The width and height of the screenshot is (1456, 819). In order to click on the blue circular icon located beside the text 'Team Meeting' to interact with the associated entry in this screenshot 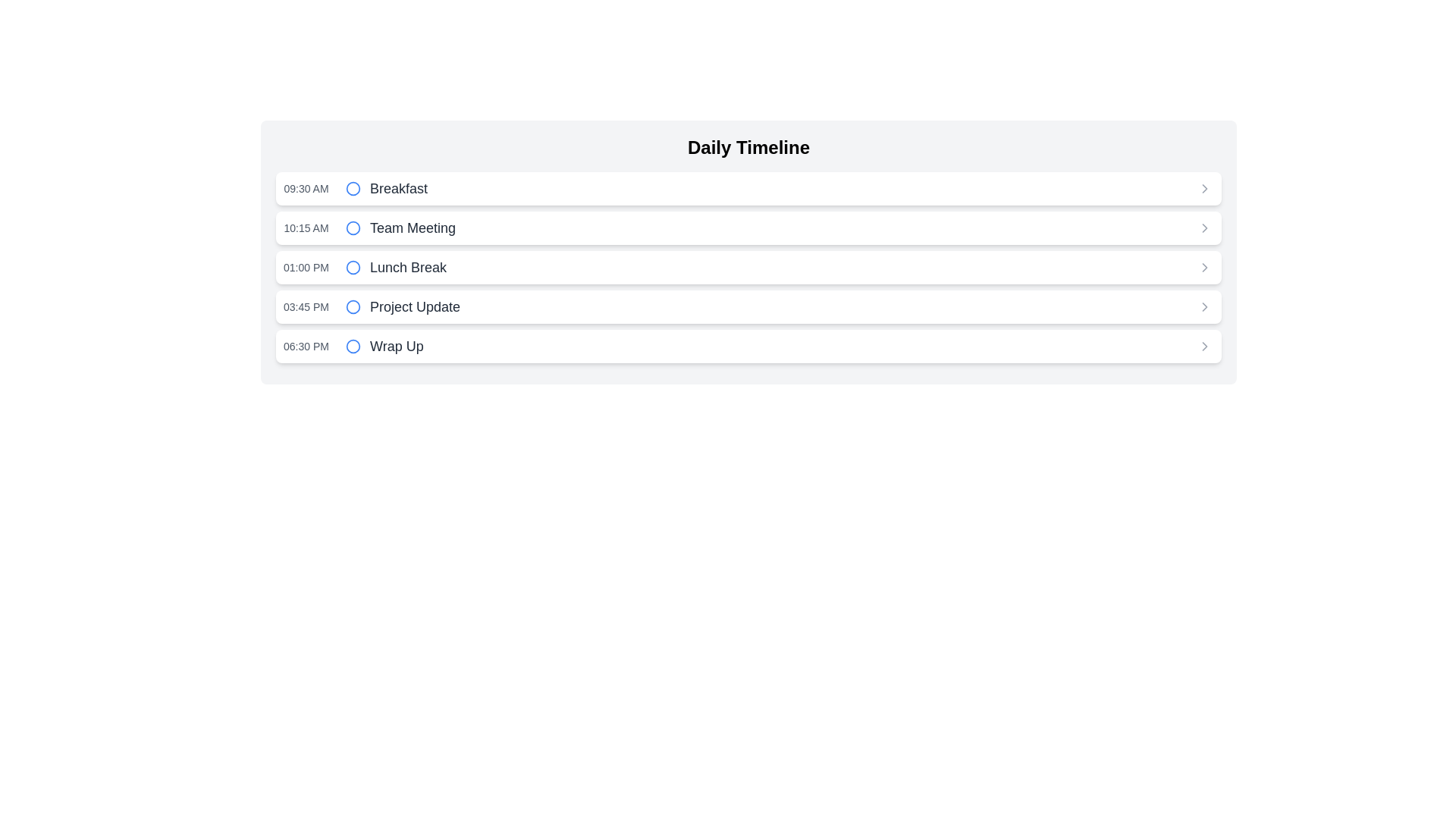, I will do `click(352, 227)`.